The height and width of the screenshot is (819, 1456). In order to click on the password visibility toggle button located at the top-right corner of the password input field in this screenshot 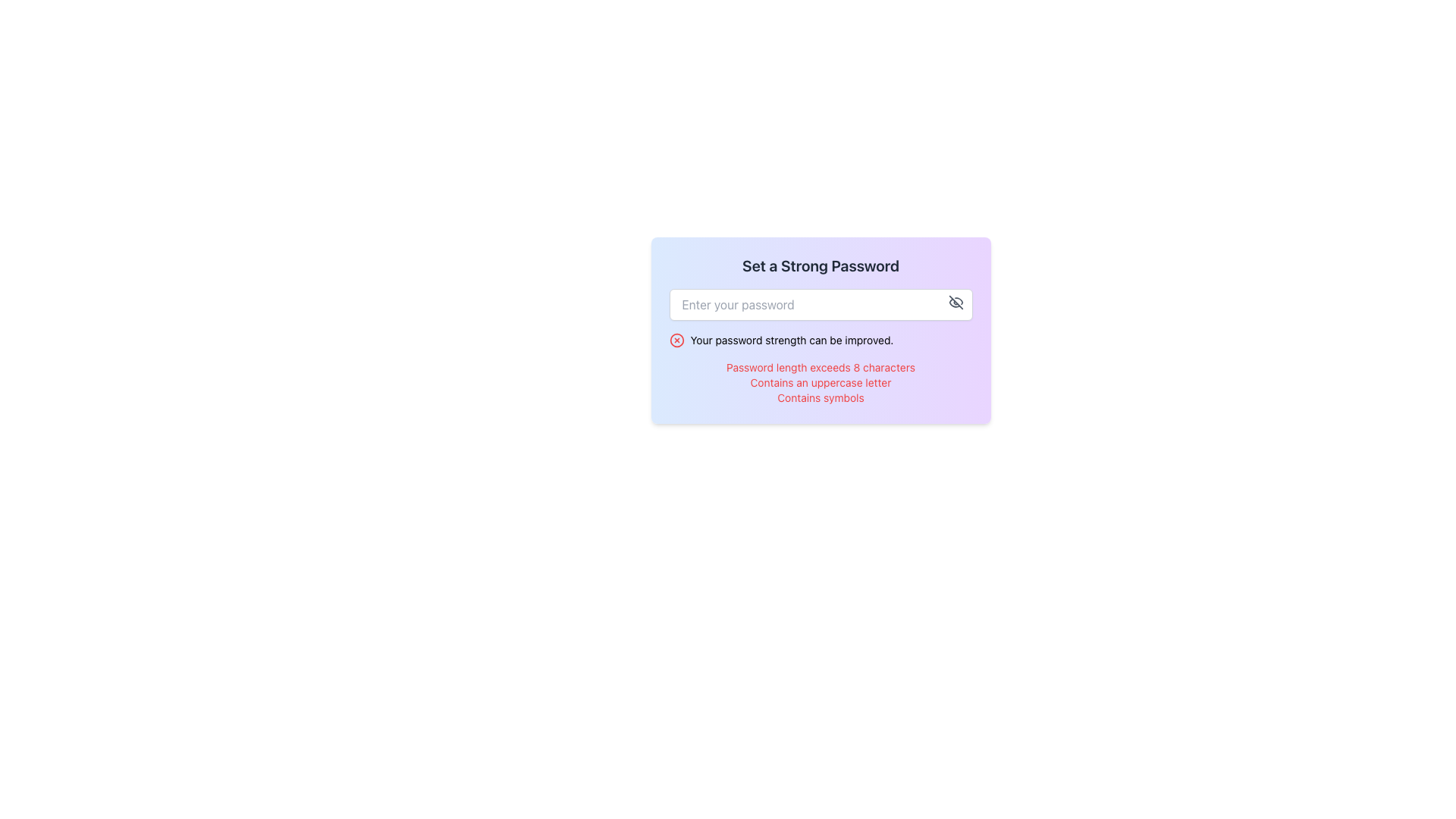, I will do `click(955, 302)`.